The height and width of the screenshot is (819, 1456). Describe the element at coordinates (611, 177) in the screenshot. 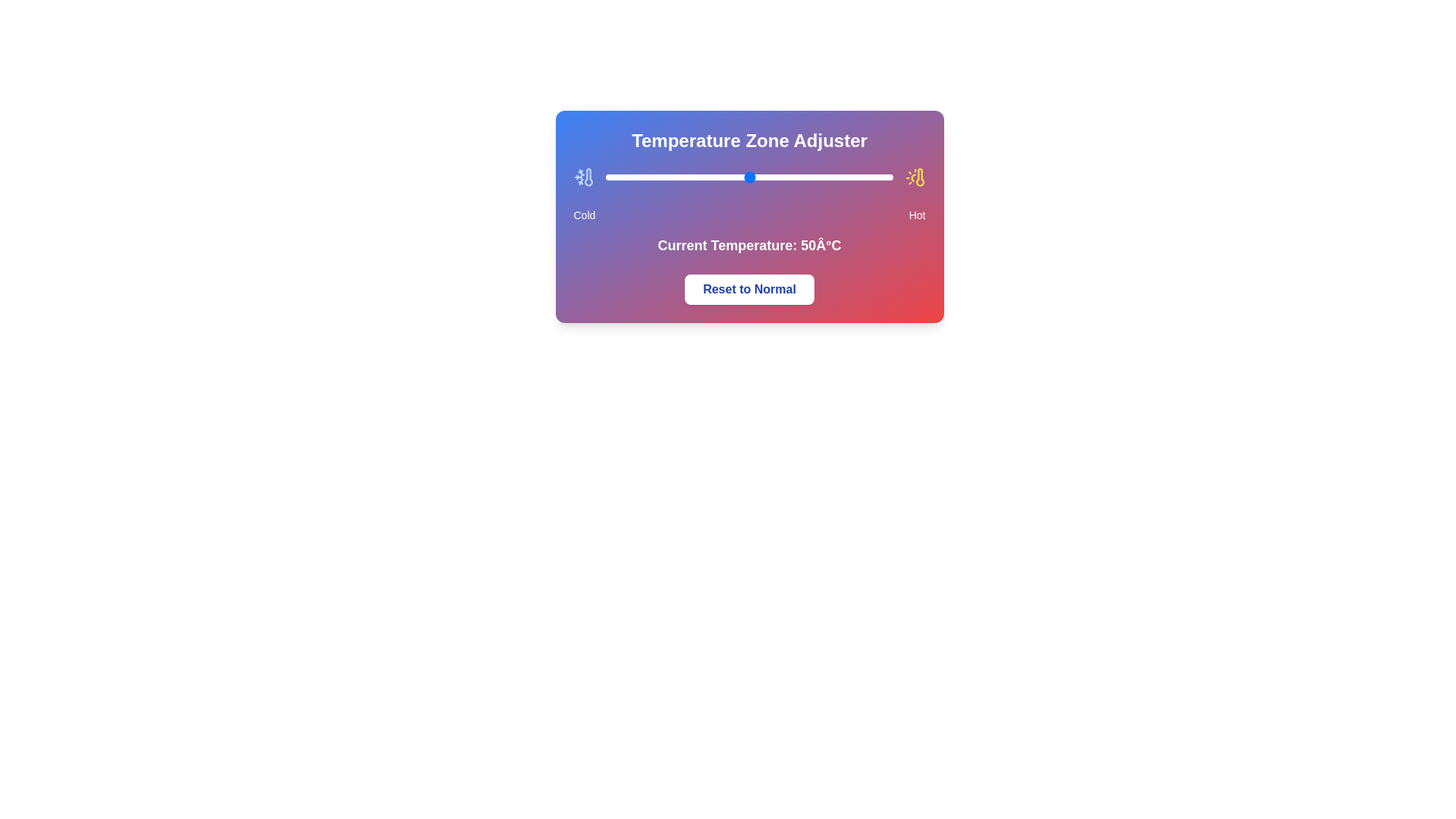

I see `the temperature to 2°C by moving the slider` at that location.